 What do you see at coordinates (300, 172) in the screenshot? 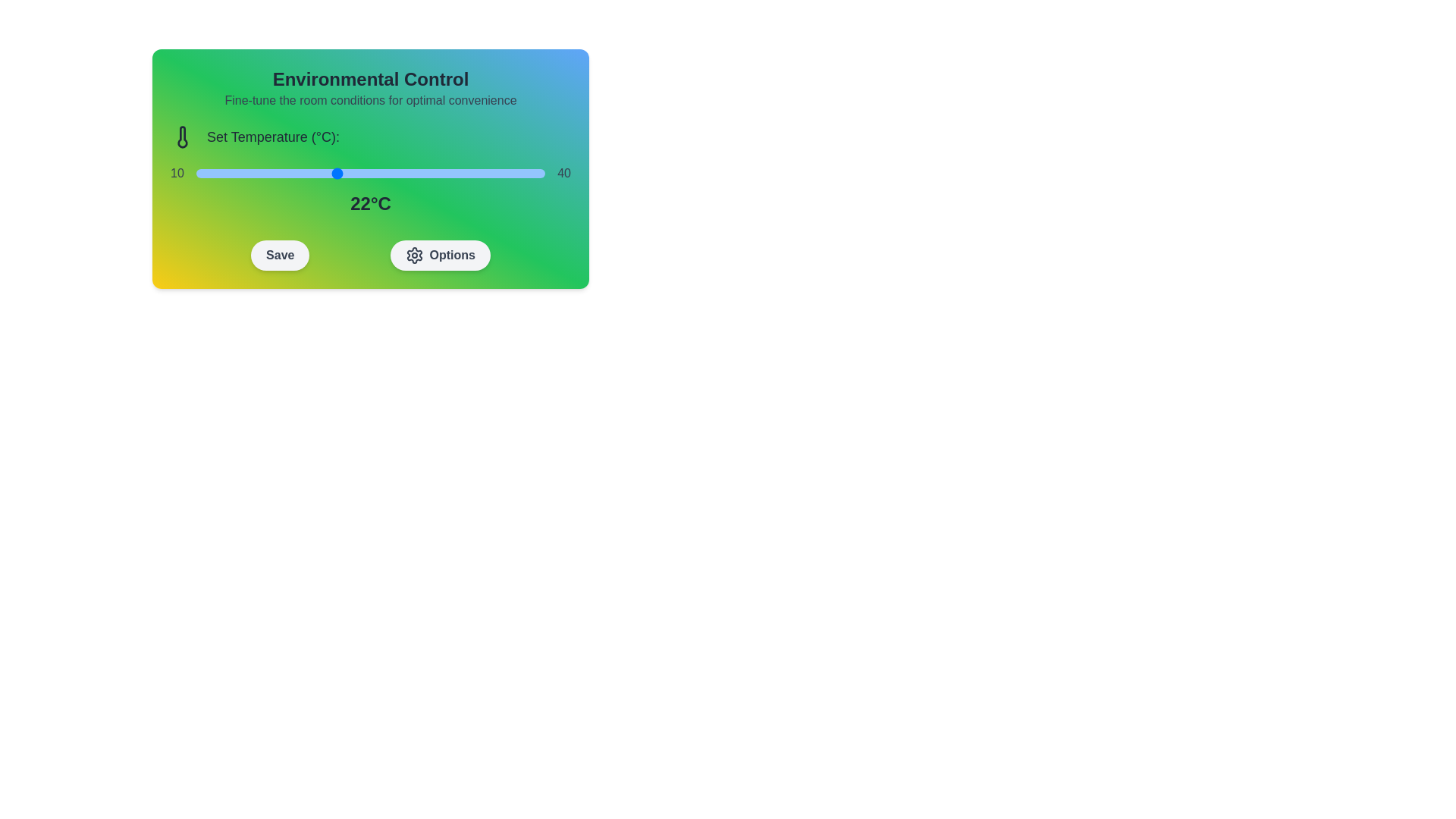
I see `the temperature` at bounding box center [300, 172].